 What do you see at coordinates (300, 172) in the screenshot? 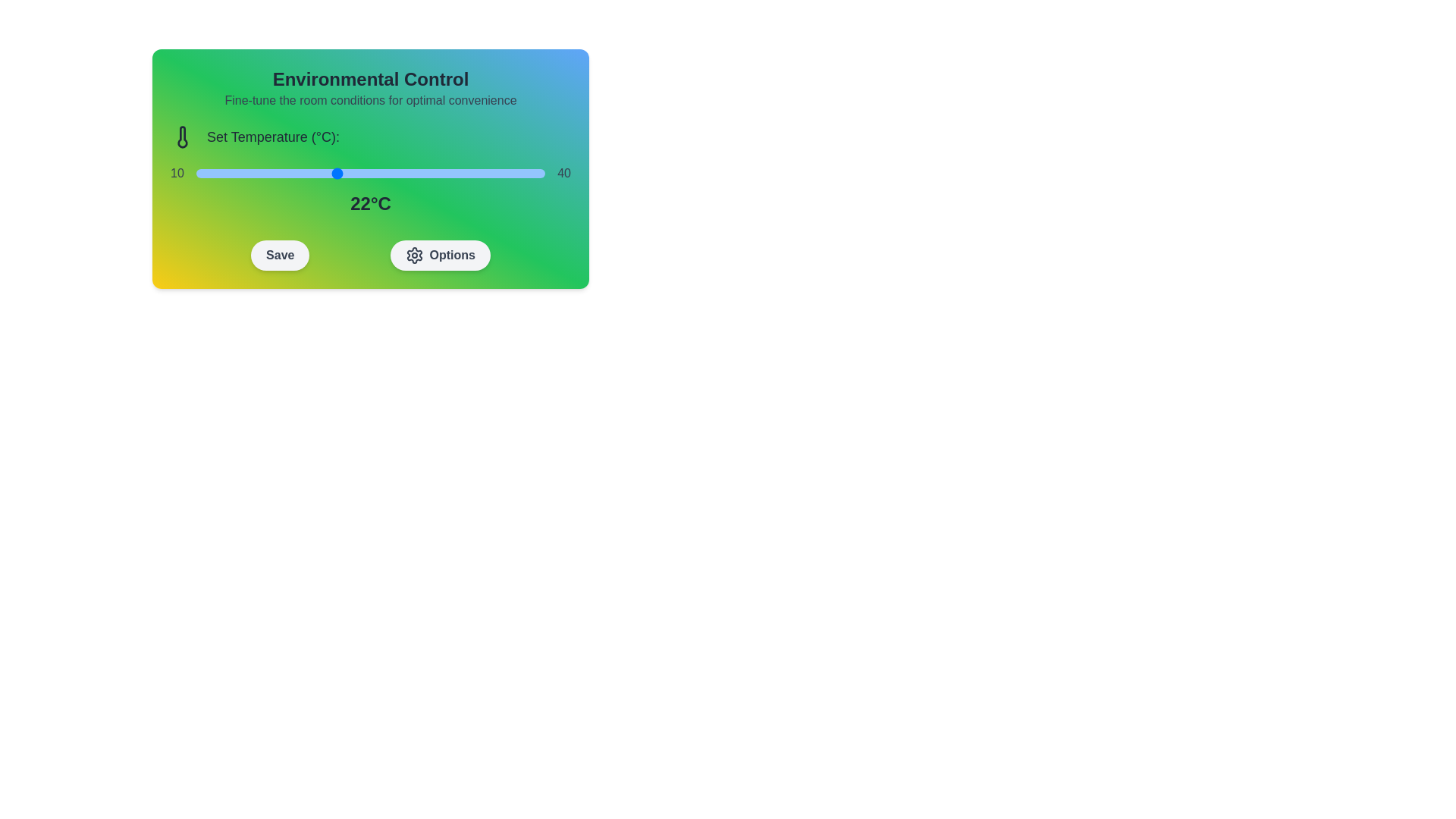
I see `the temperature` at bounding box center [300, 172].